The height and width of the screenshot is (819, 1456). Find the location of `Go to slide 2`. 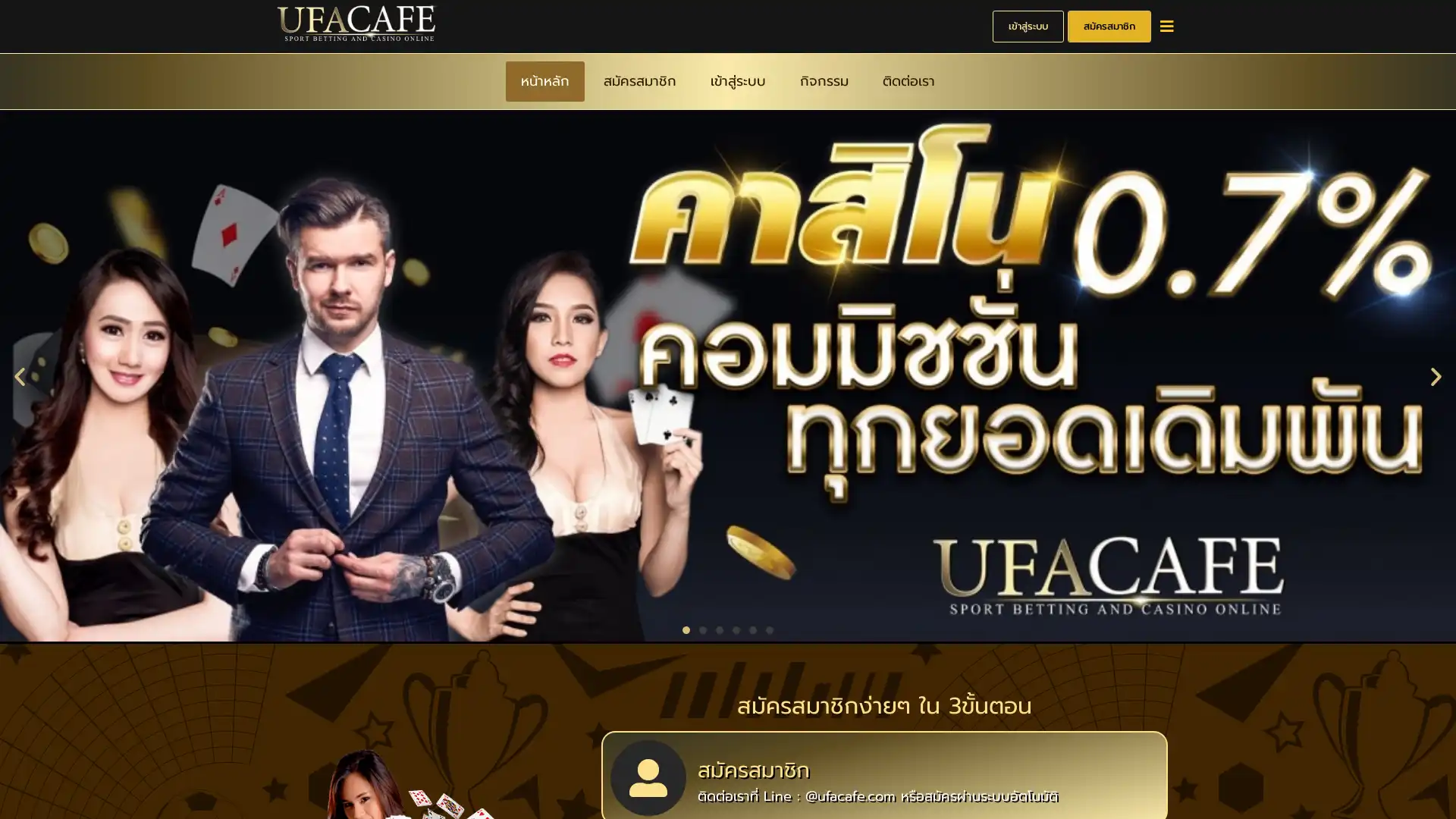

Go to slide 2 is located at coordinates (701, 628).